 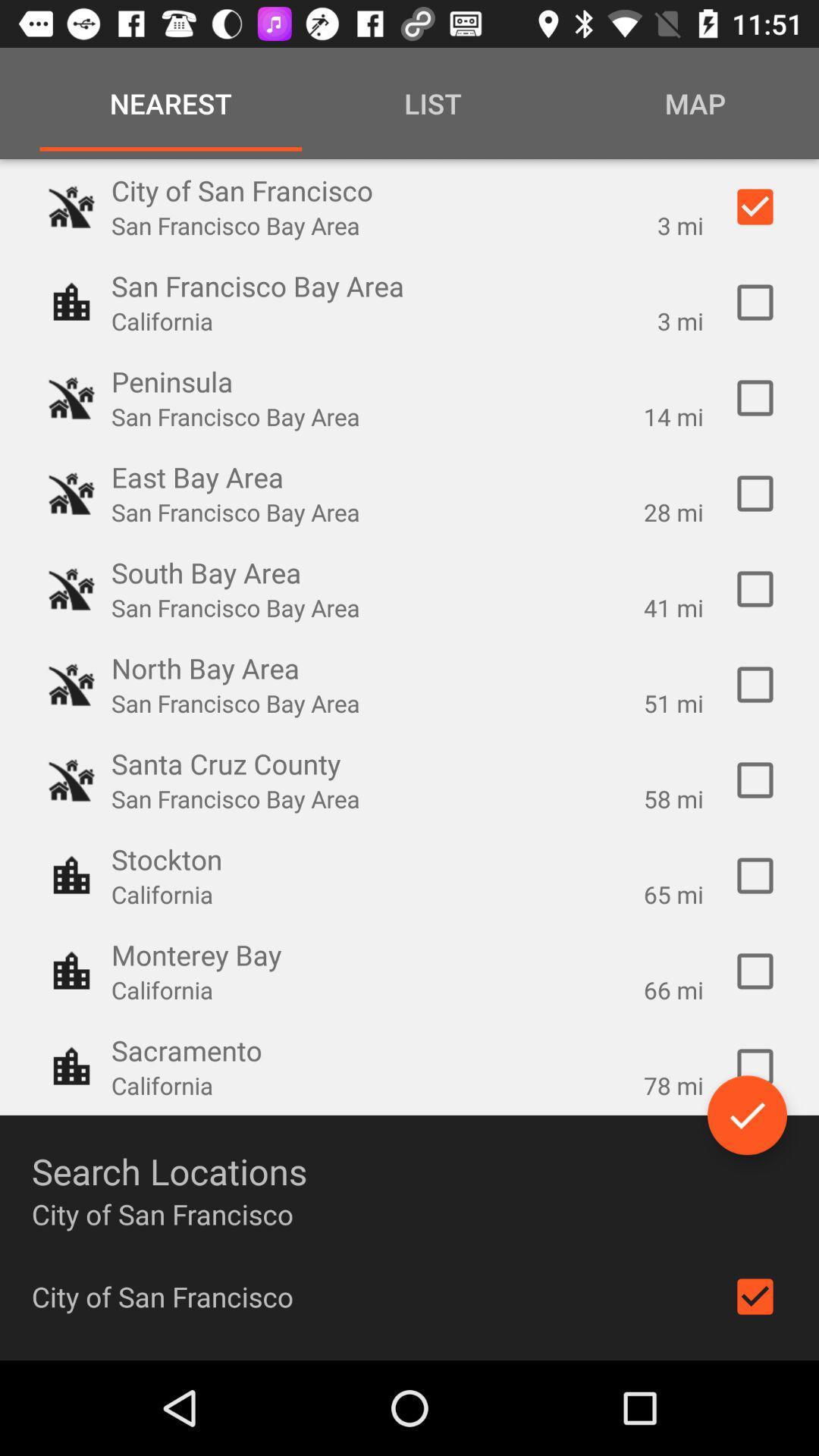 I want to click on confirm north bay option, so click(x=755, y=683).